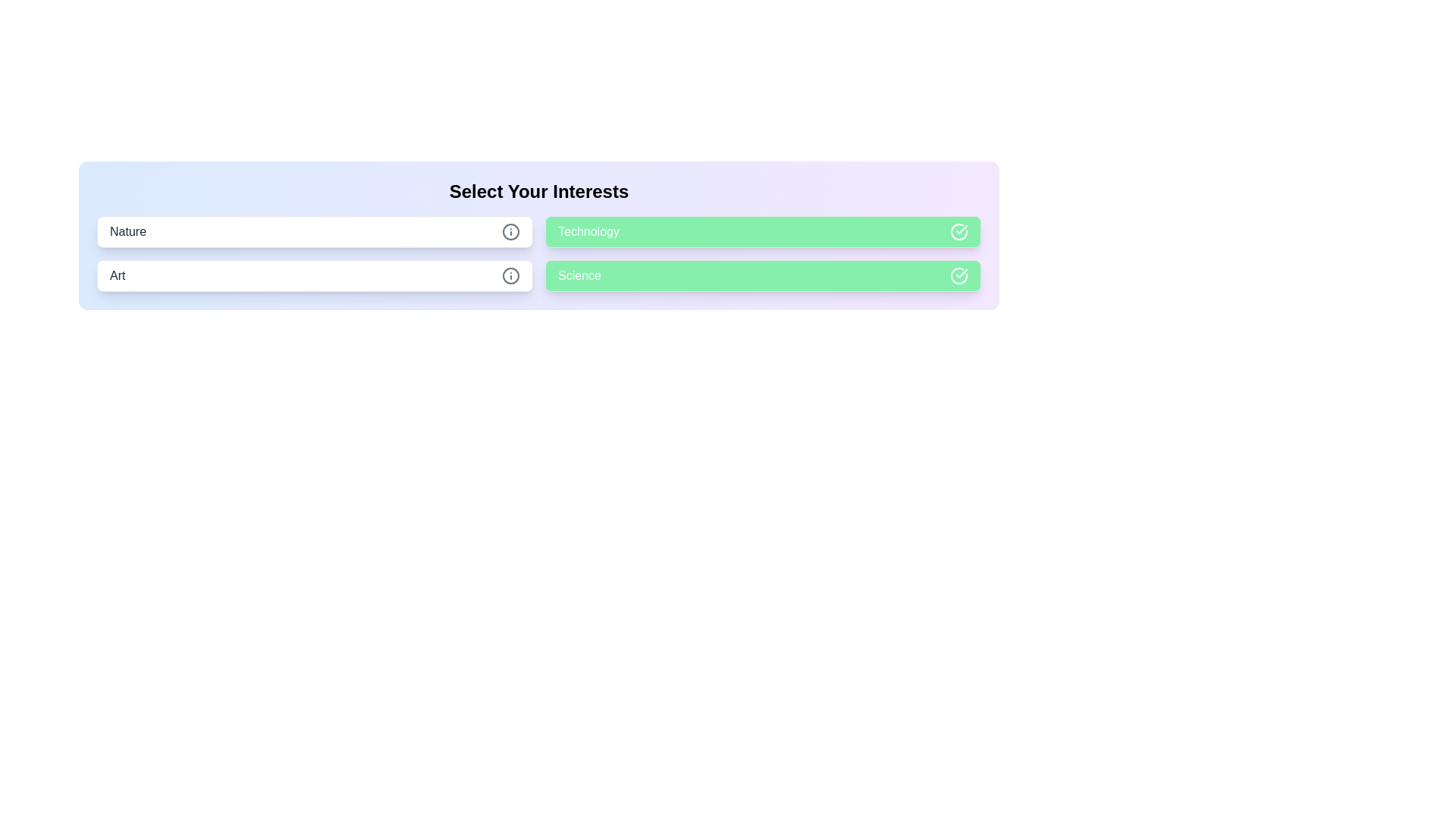 The image size is (1456, 819). Describe the element at coordinates (314, 231) in the screenshot. I see `the chip labeled Nature` at that location.